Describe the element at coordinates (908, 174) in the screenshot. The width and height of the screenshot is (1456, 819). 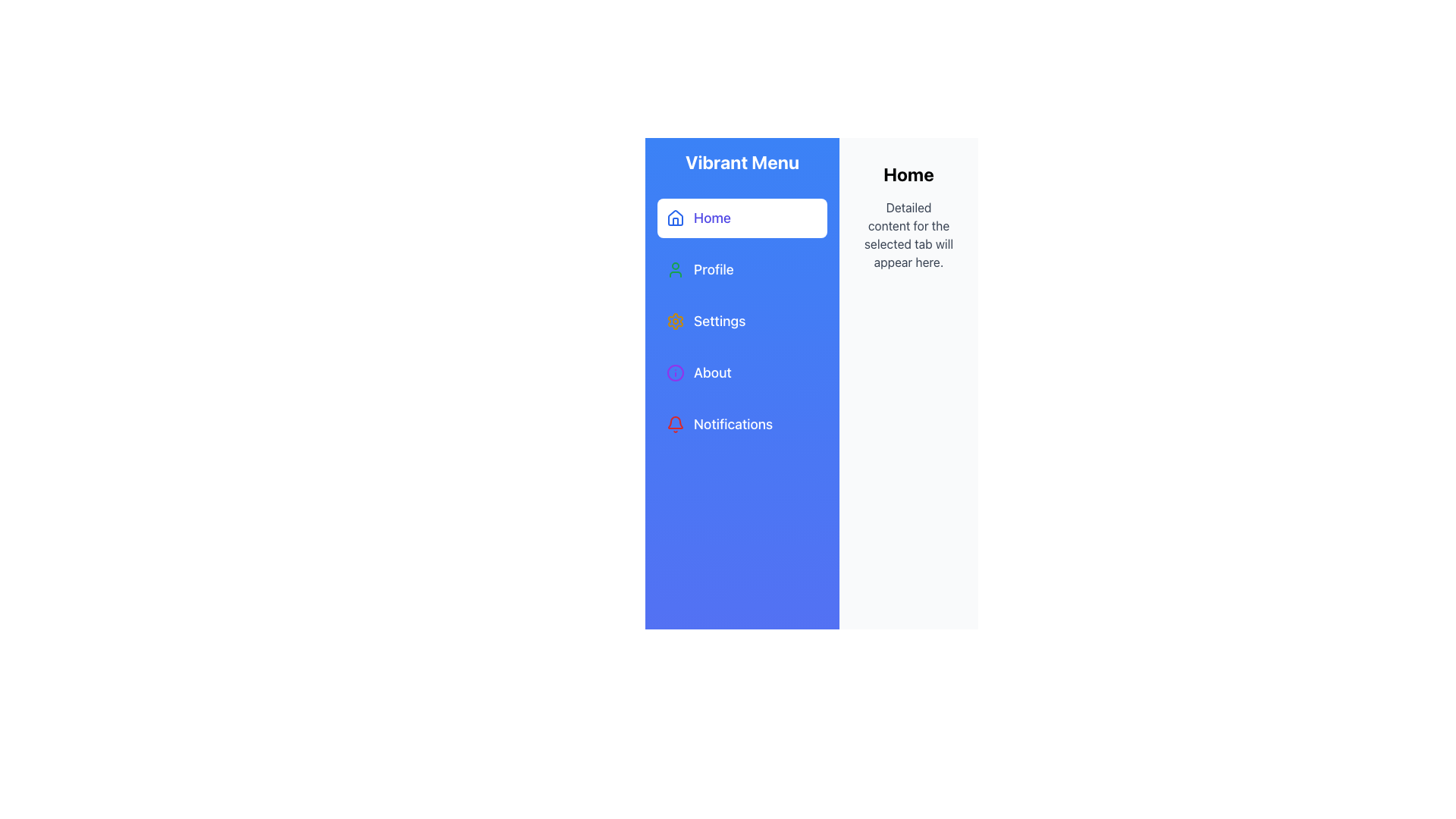
I see `the bold headline text label displaying 'Home', which is located at the top of the right-side panel and visually distinct due to its font weight and size` at that location.